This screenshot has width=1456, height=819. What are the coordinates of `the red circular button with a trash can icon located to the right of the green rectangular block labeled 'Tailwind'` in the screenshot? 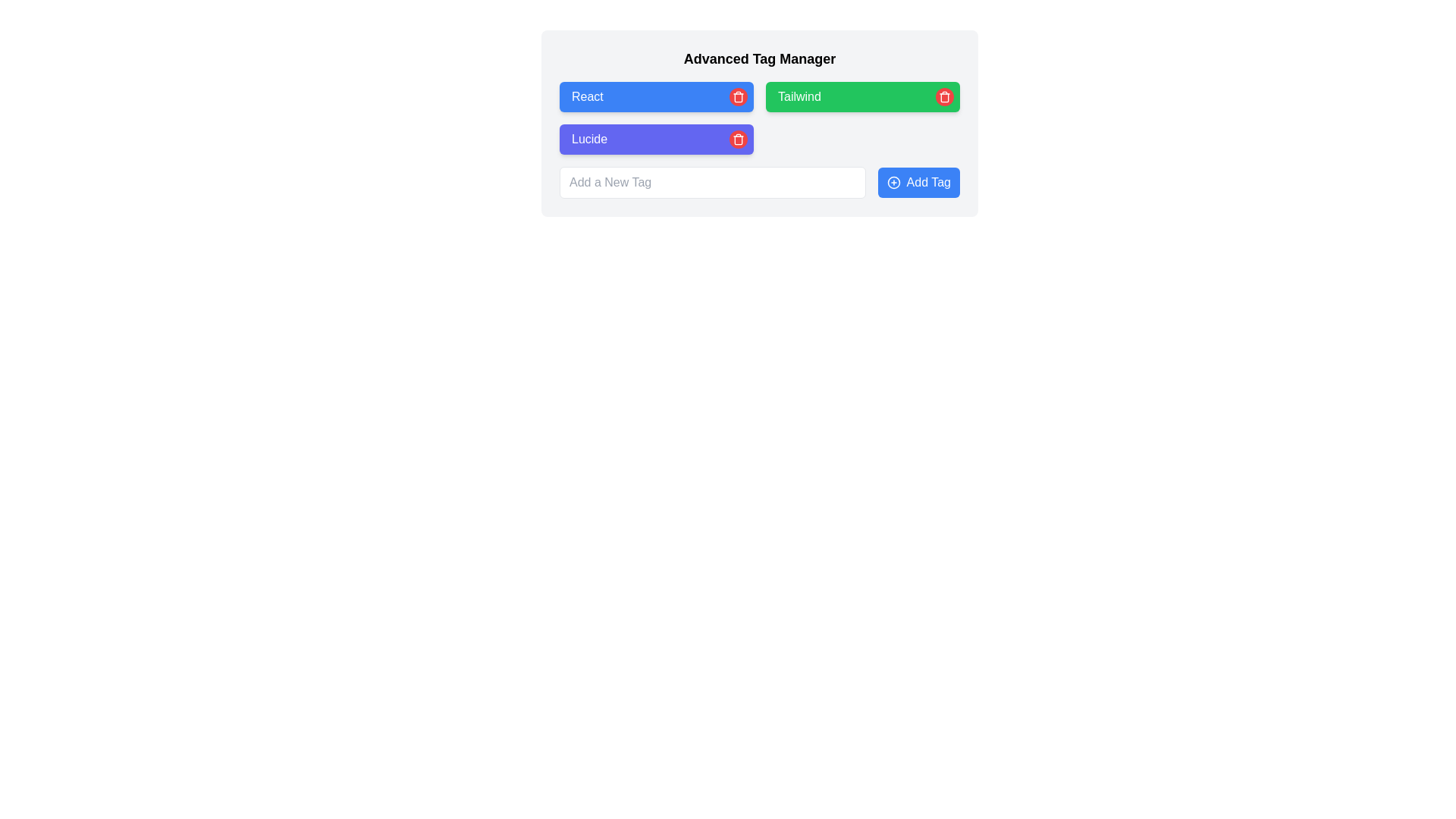 It's located at (944, 96).